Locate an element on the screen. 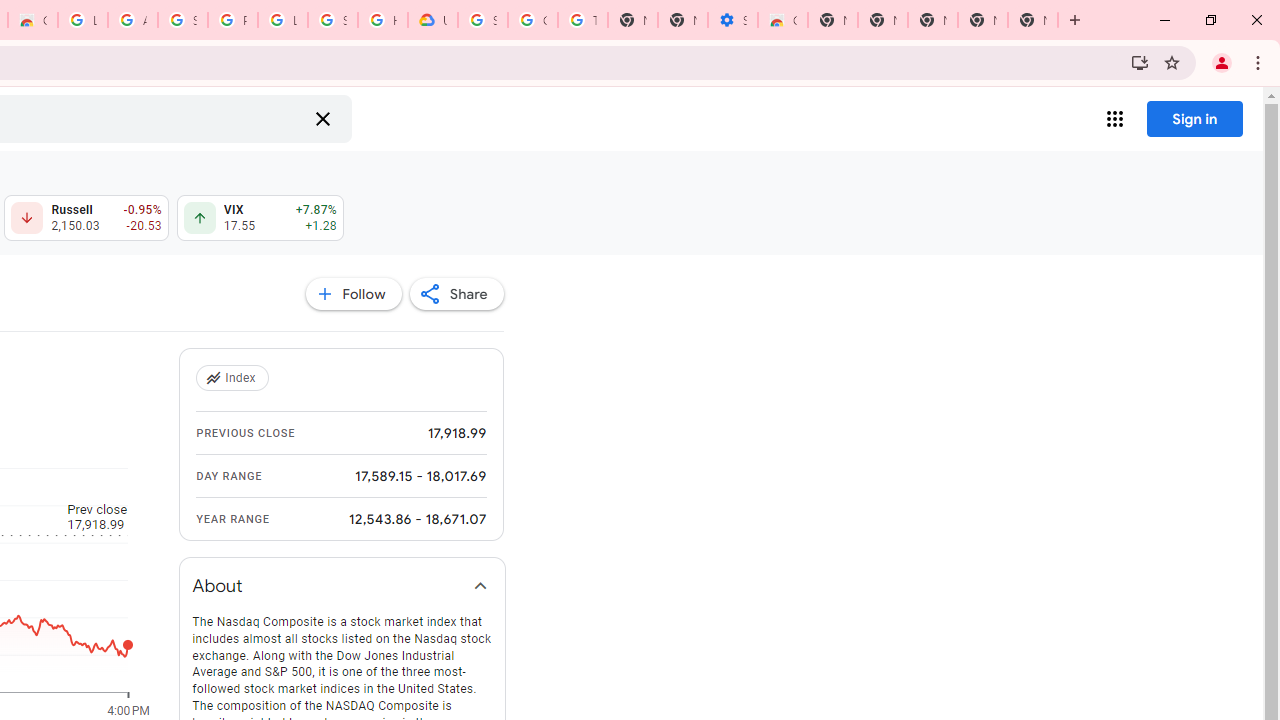 The width and height of the screenshot is (1280, 720). 'VIX 17.55 Up by 7.87% +1.28' is located at coordinates (259, 218).